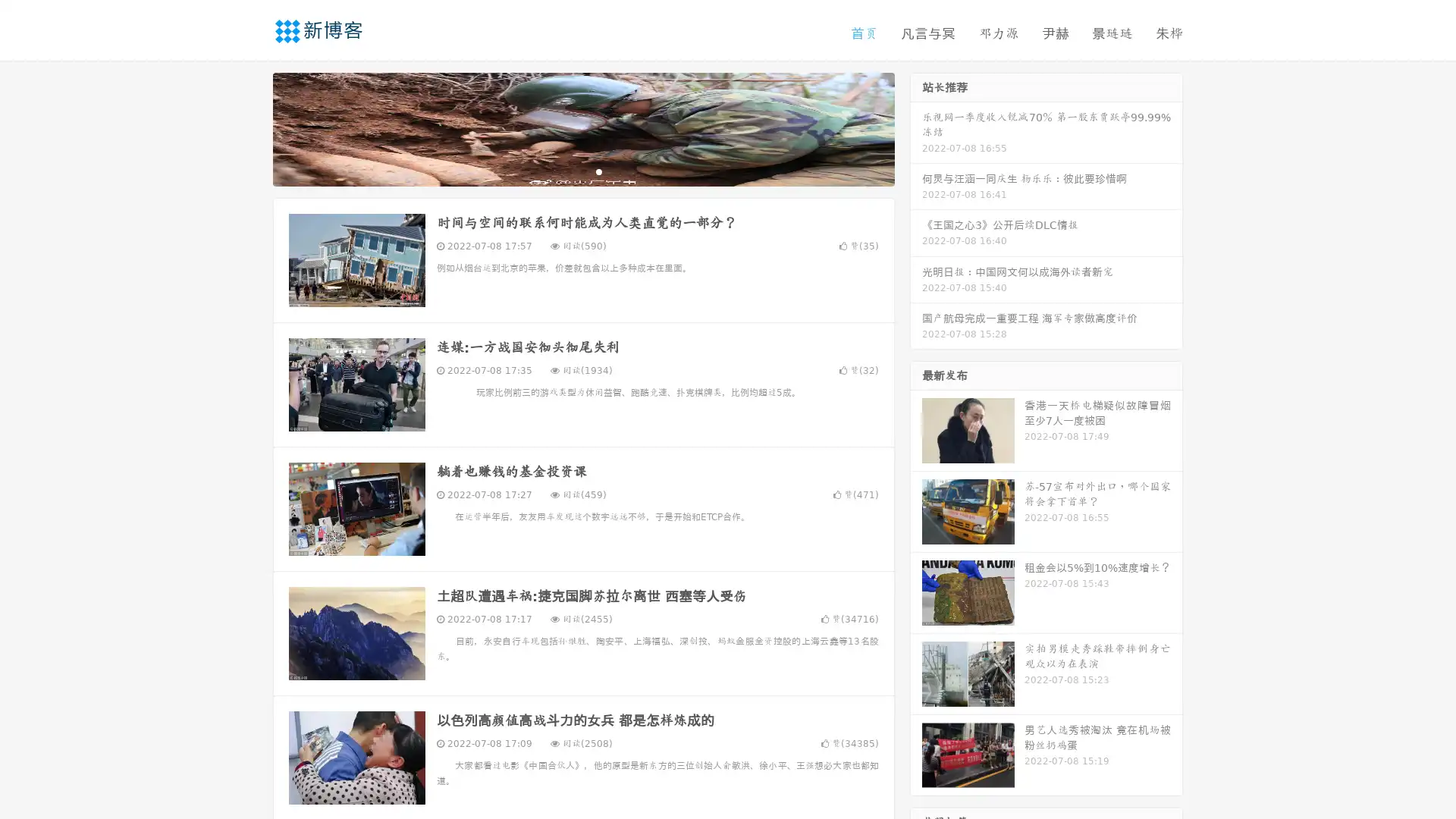 This screenshot has width=1456, height=819. What do you see at coordinates (582, 171) in the screenshot?
I see `Go to slide 2` at bounding box center [582, 171].